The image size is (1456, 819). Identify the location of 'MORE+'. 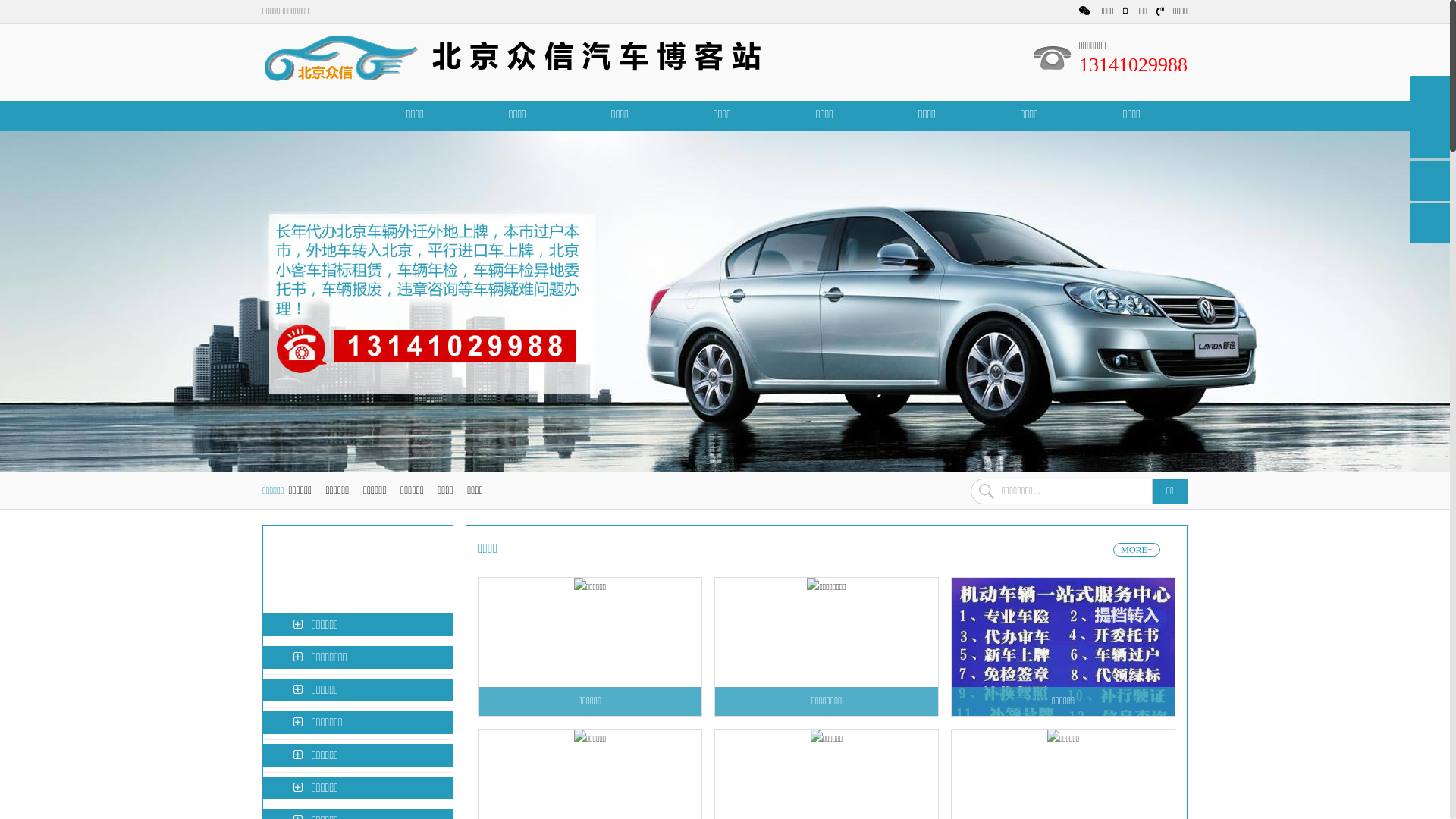
(1113, 550).